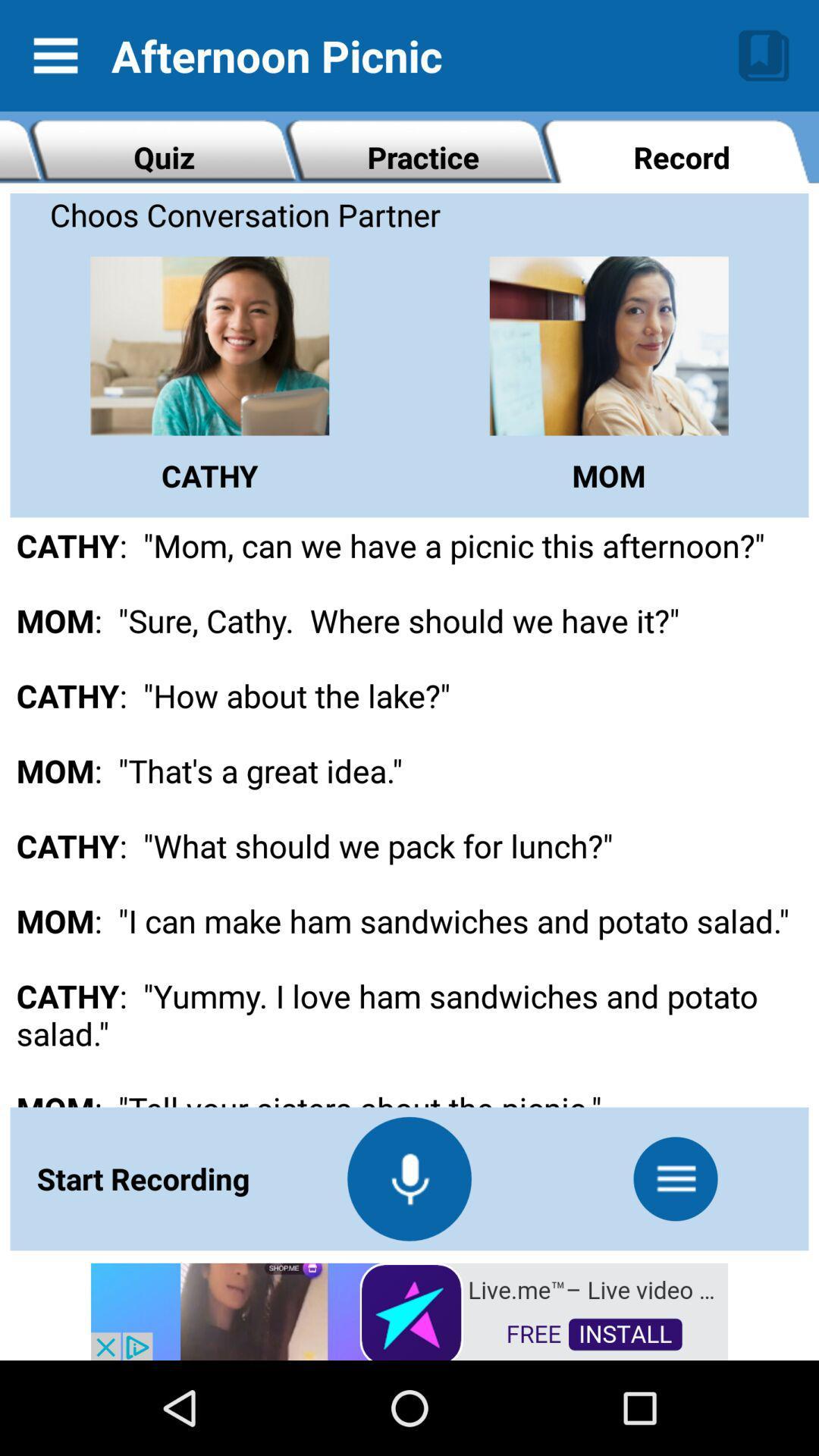 The width and height of the screenshot is (819, 1456). What do you see at coordinates (675, 1178) in the screenshot?
I see `more option` at bounding box center [675, 1178].